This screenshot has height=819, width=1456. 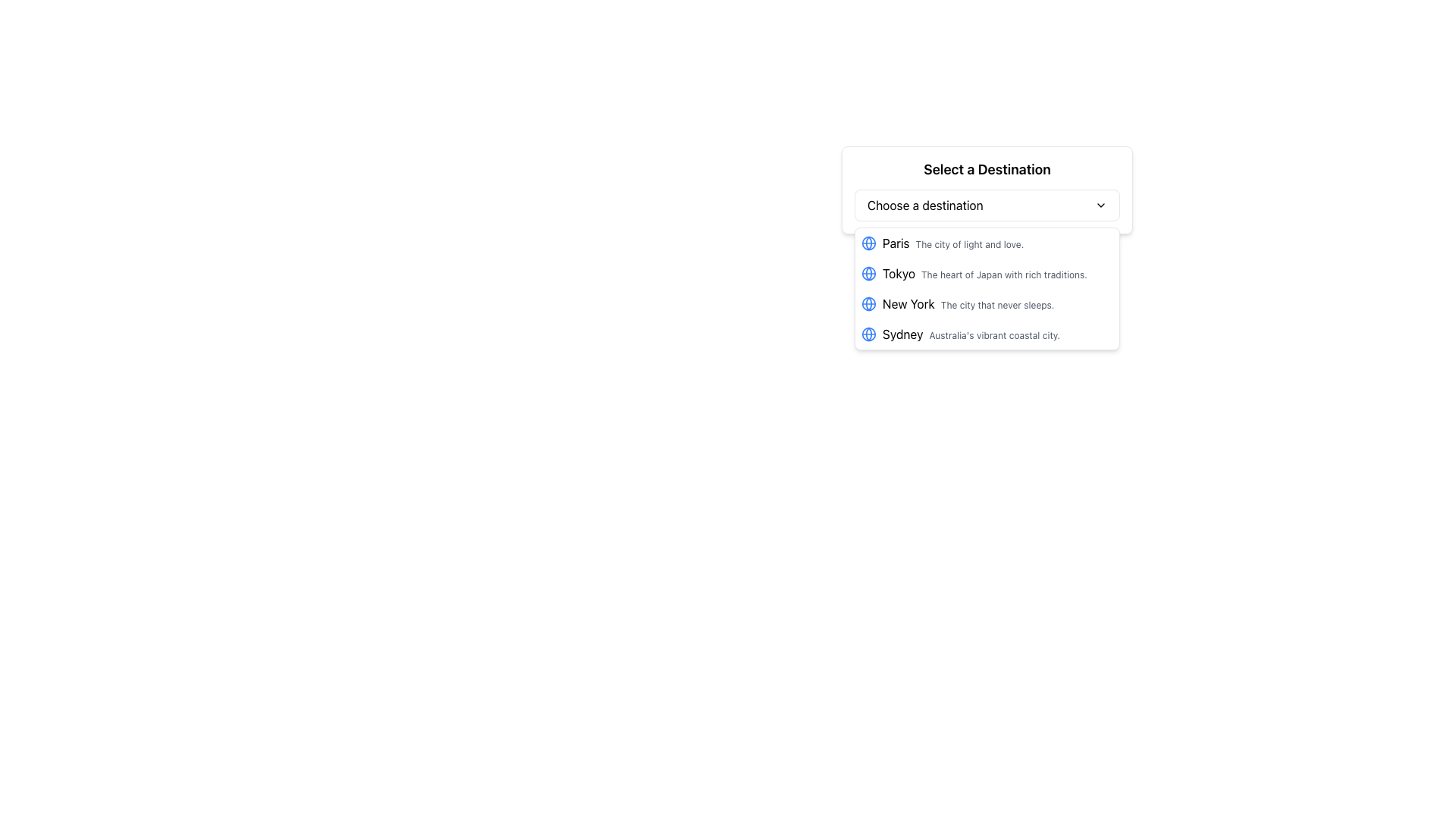 What do you see at coordinates (987, 274) in the screenshot?
I see `the selectable option for 'Tokyo' in the dropdown menu` at bounding box center [987, 274].